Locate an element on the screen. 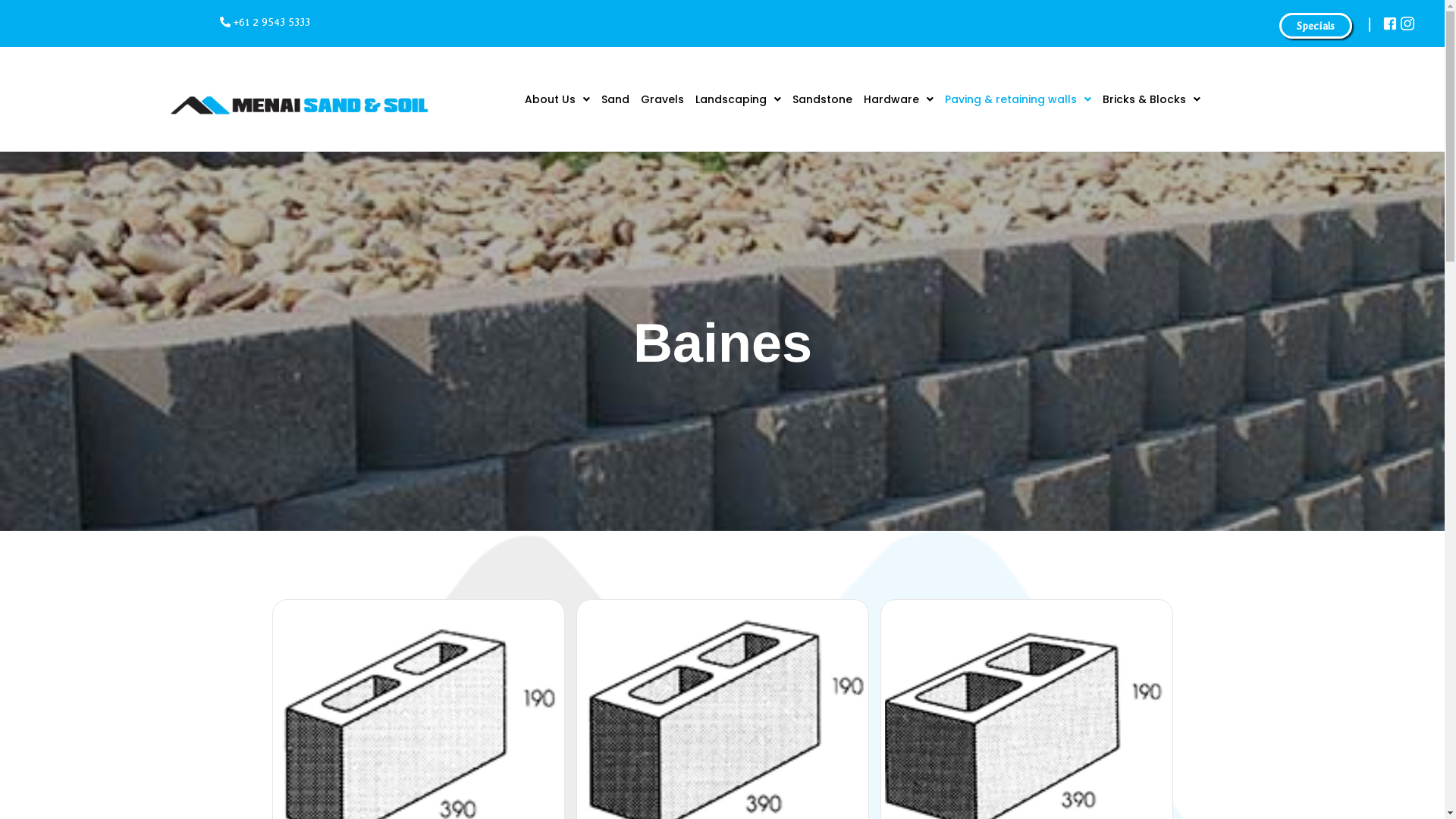 The height and width of the screenshot is (819, 1456). 'Landscaping' is located at coordinates (743, 99).